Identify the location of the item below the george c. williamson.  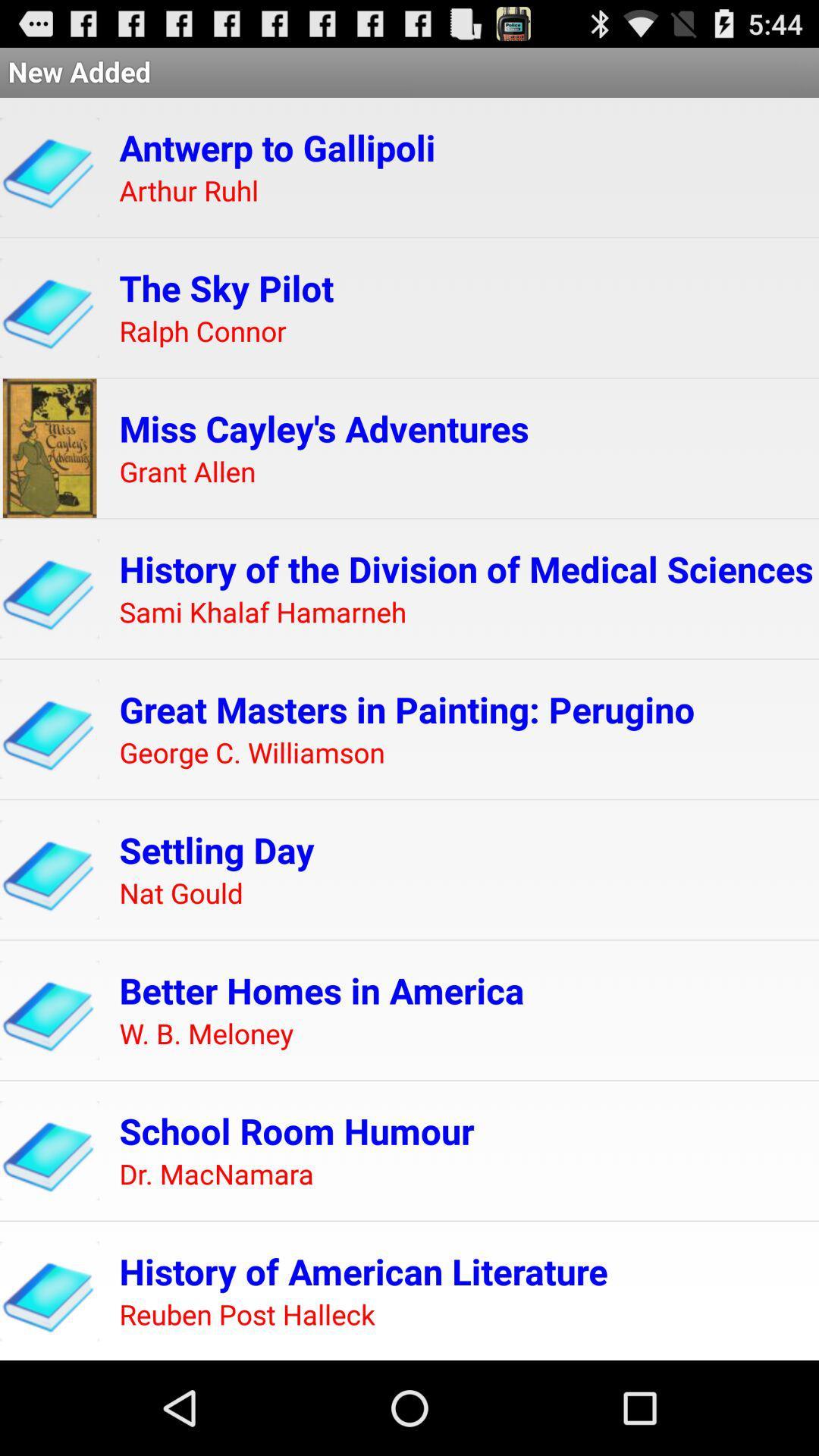
(217, 849).